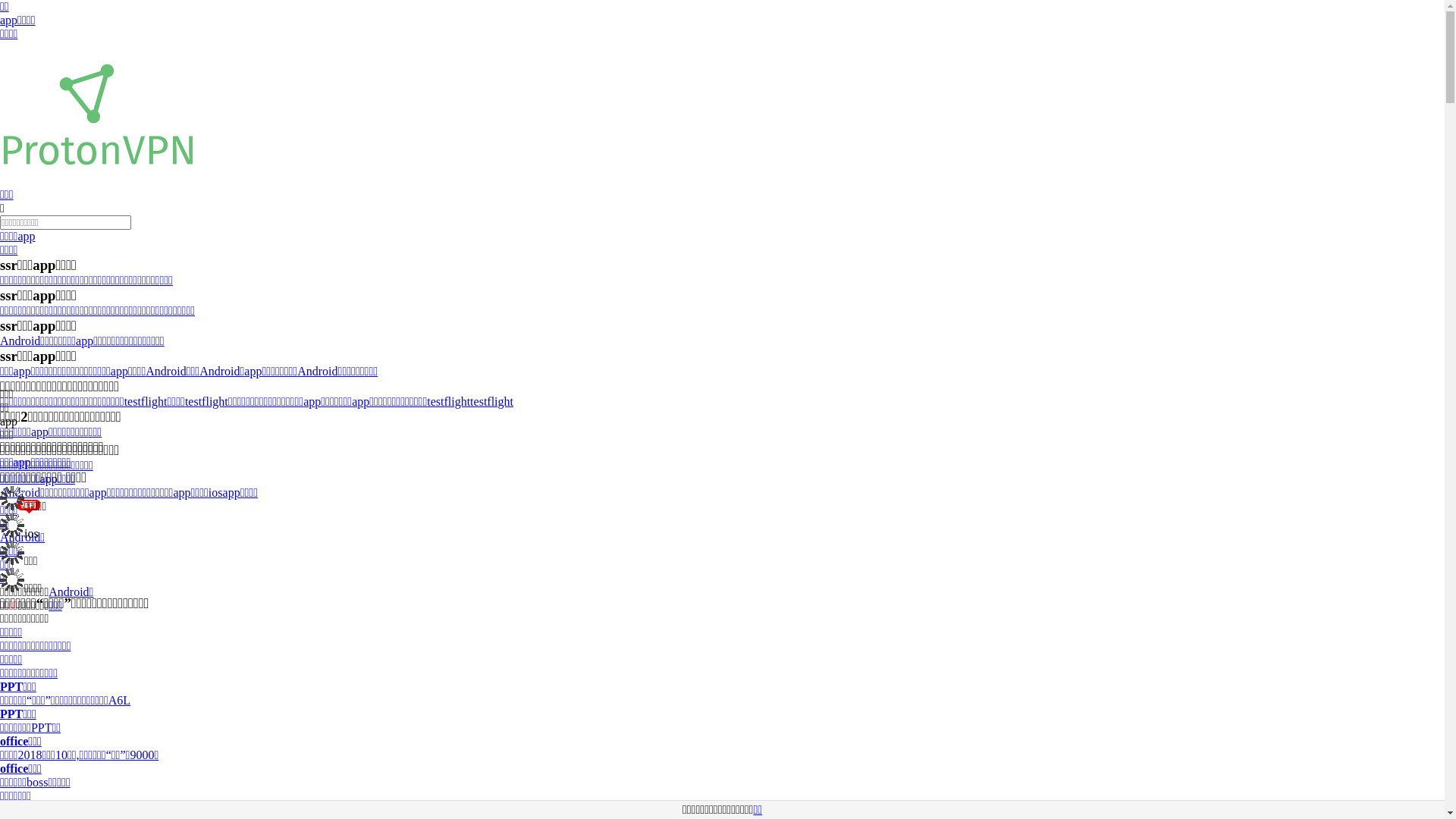 This screenshot has width=1456, height=819. Describe the element at coordinates (215, 492) in the screenshot. I see `'ios'` at that location.